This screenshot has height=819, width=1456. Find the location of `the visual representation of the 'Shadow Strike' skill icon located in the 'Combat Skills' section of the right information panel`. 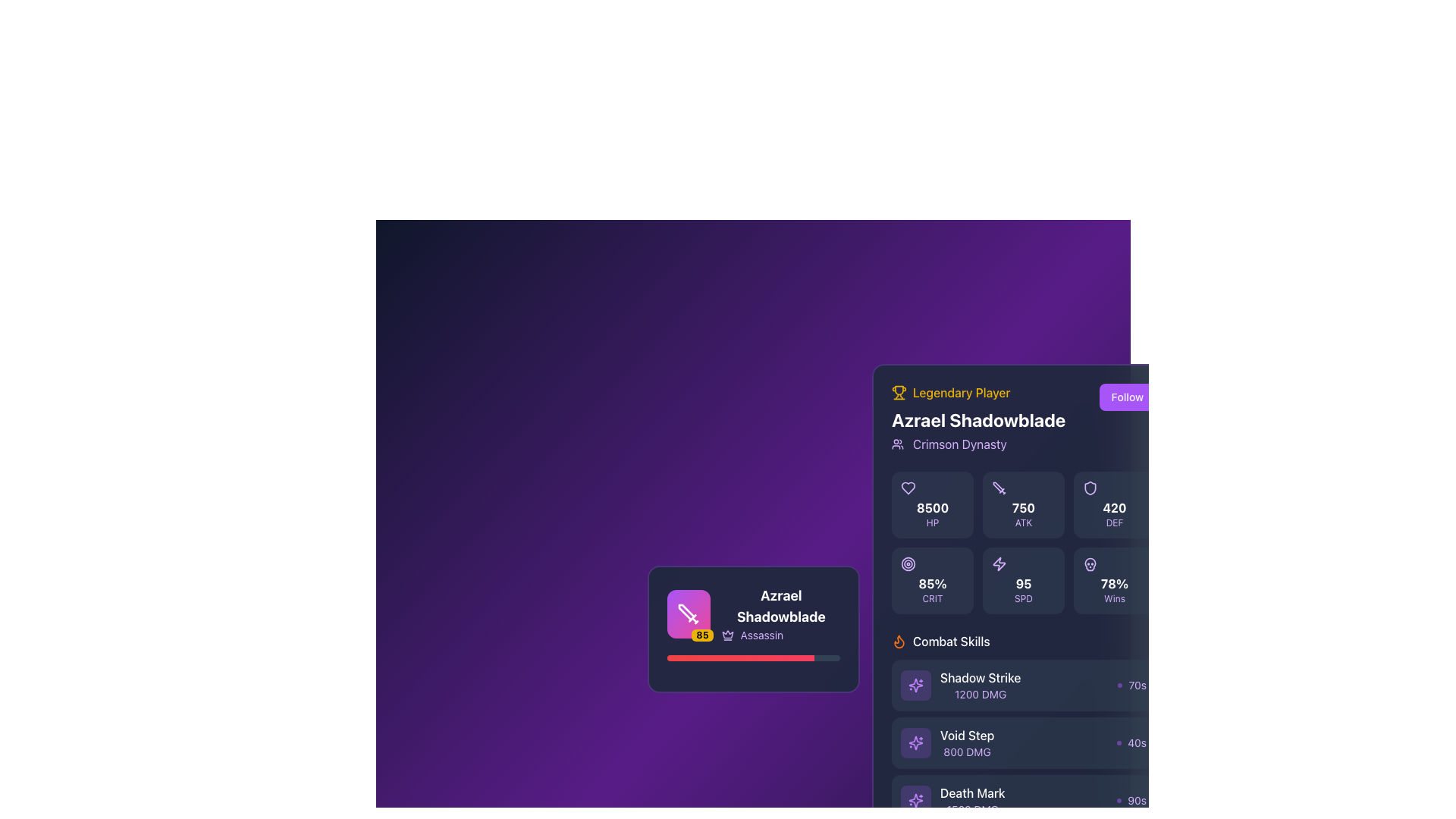

the visual representation of the 'Shadow Strike' skill icon located in the 'Combat Skills' section of the right information panel is located at coordinates (915, 685).